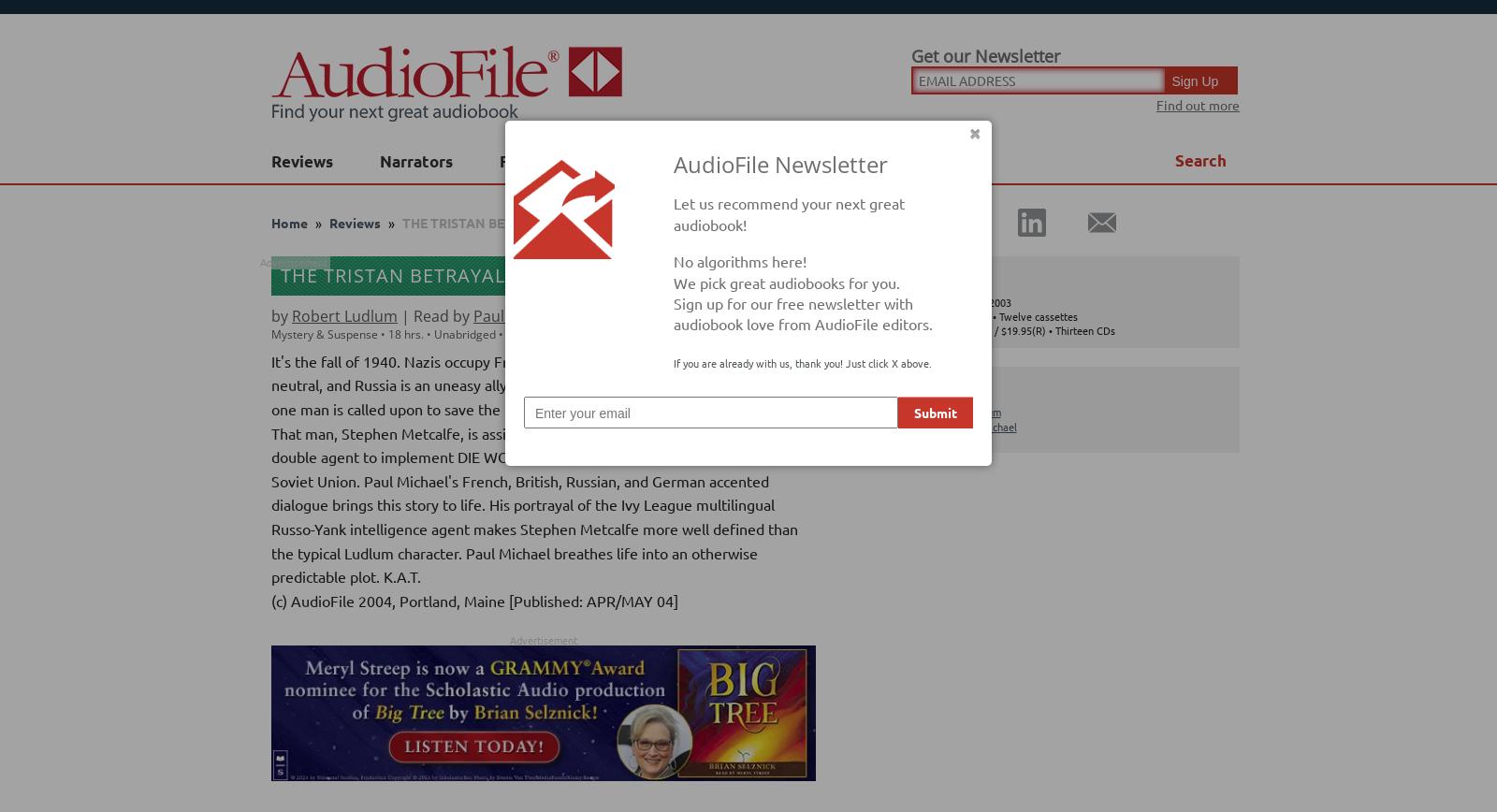  Describe the element at coordinates (516, 315) in the screenshot. I see `'Paul Michael'` at that location.